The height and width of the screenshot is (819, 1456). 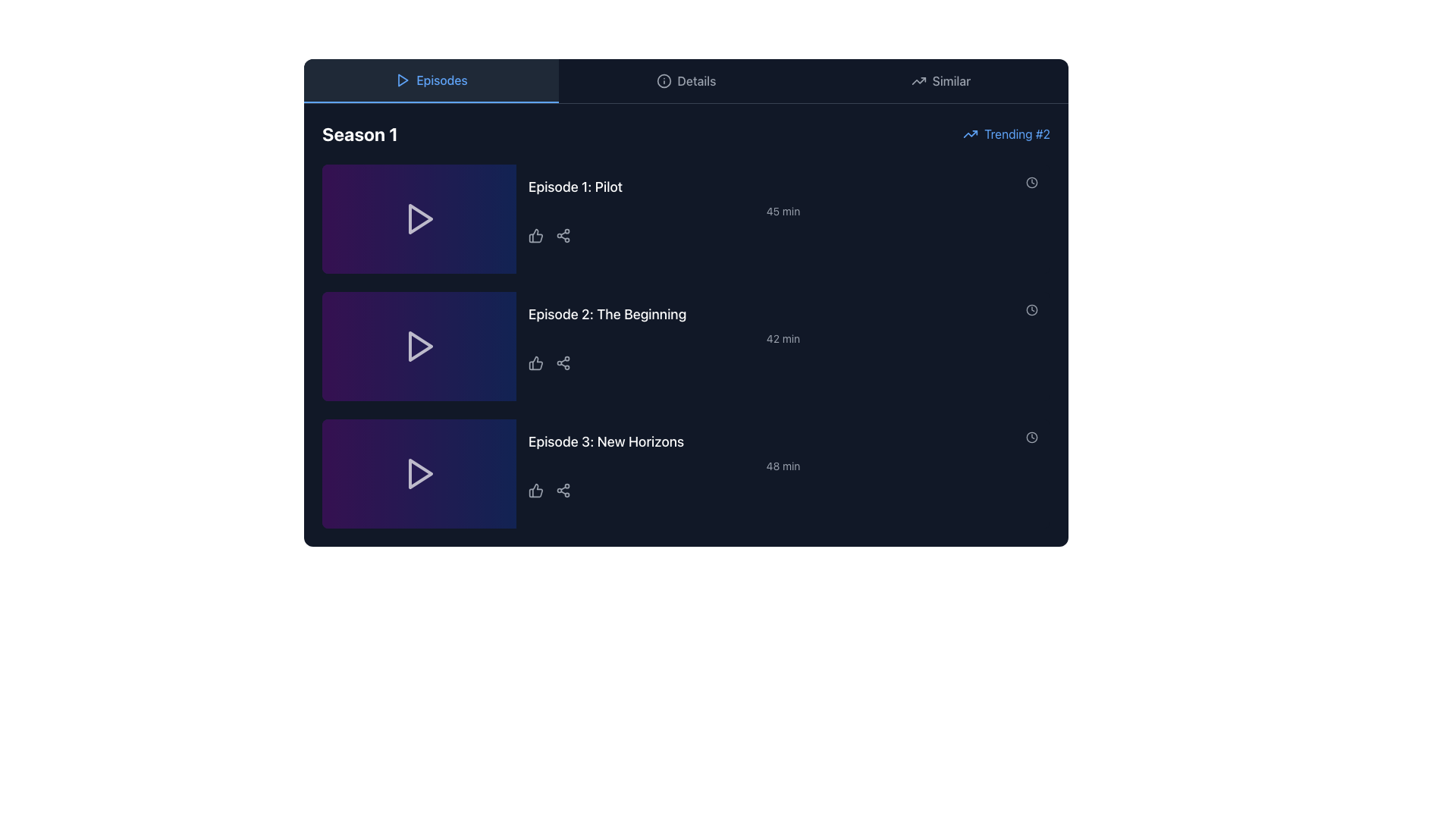 What do you see at coordinates (563, 236) in the screenshot?
I see `the Share Button icon located below the episode title and adjacent to the like icon` at bounding box center [563, 236].